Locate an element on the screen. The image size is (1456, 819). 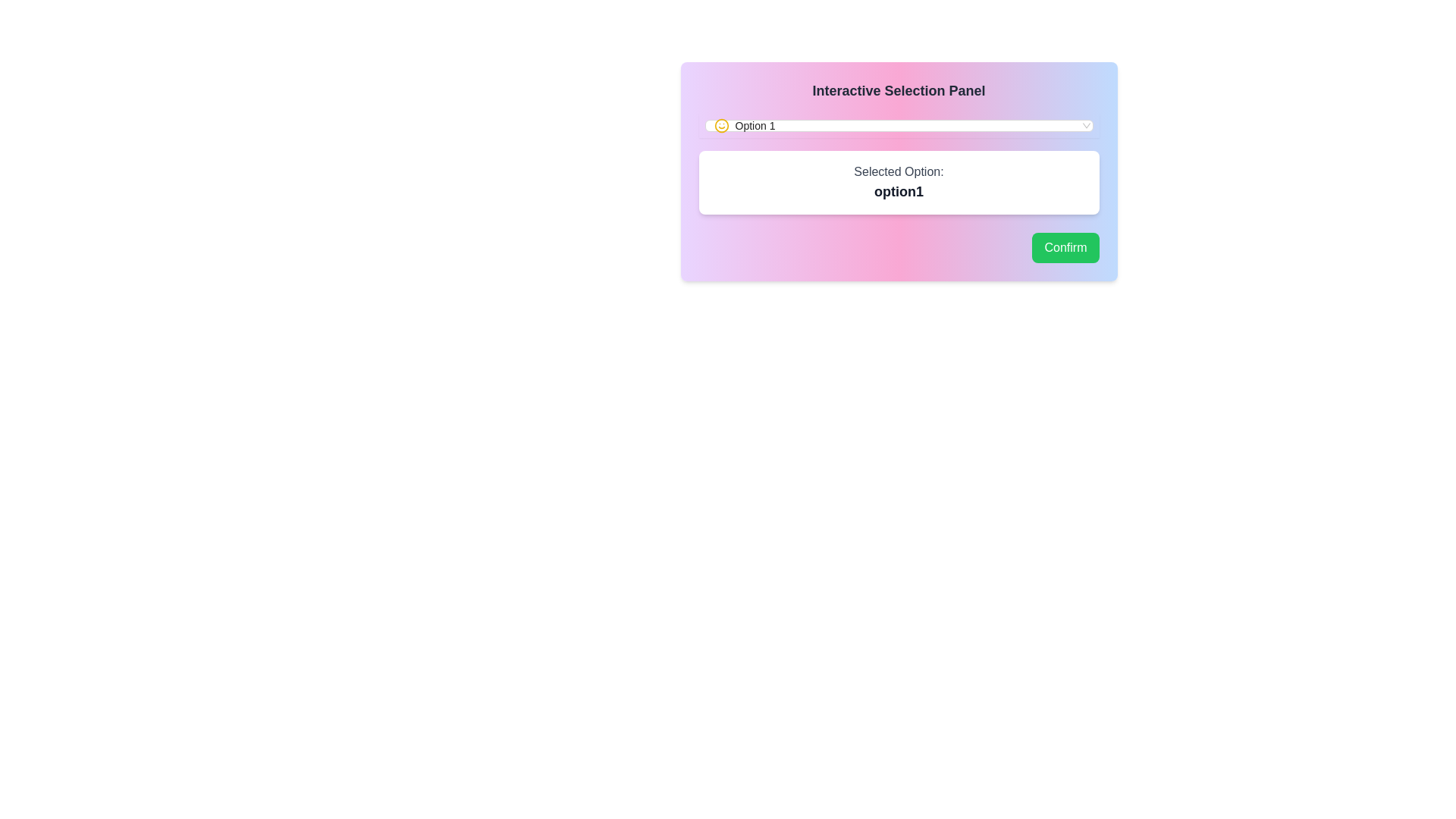
the Dropdown selector, which has a gradient background, a smiley face icon on the left, and displays 'Option 1' in black text is located at coordinates (899, 124).